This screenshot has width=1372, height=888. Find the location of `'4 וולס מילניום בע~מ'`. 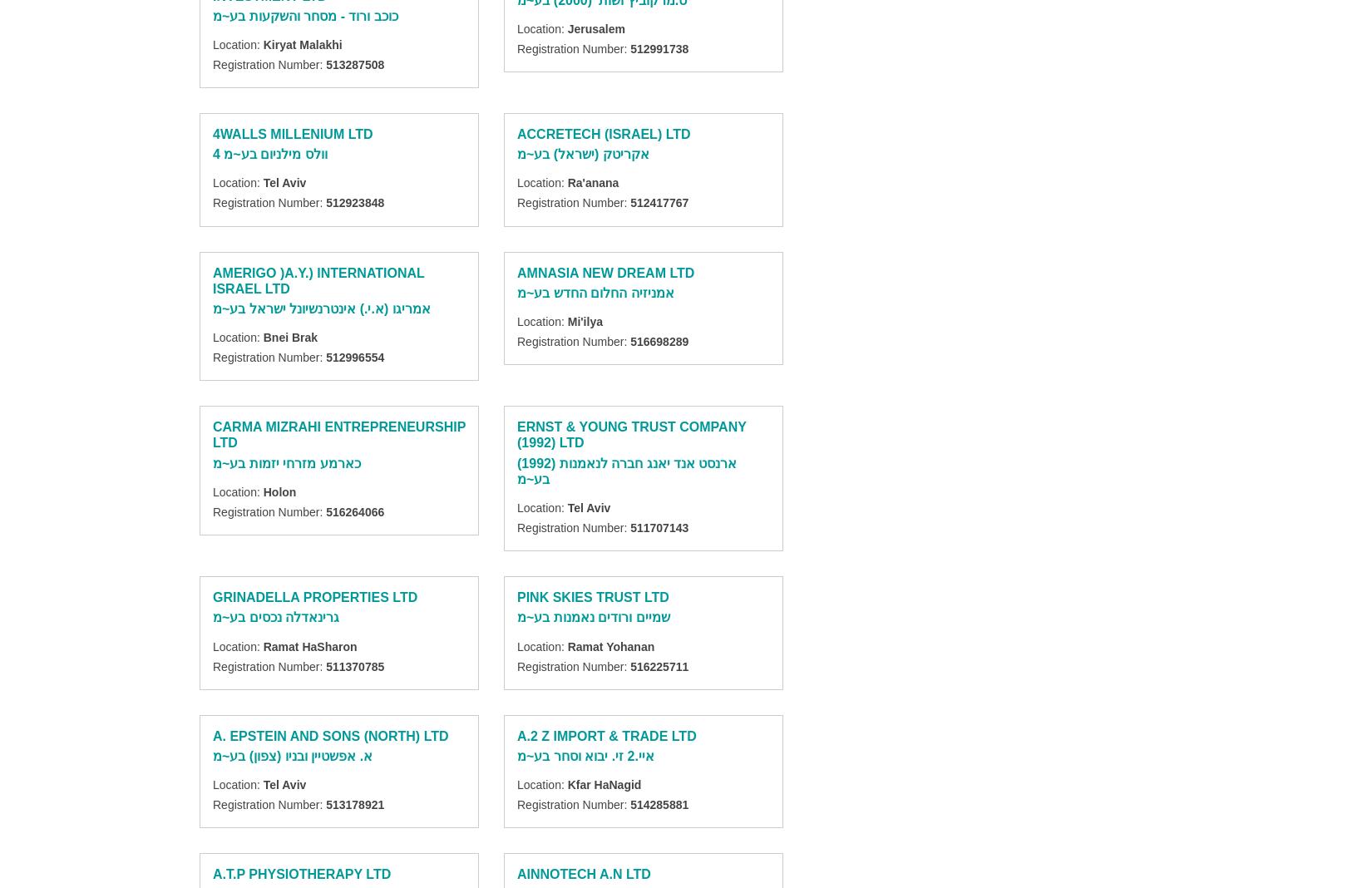

'4 וולס מילניום בע~מ' is located at coordinates (269, 154).